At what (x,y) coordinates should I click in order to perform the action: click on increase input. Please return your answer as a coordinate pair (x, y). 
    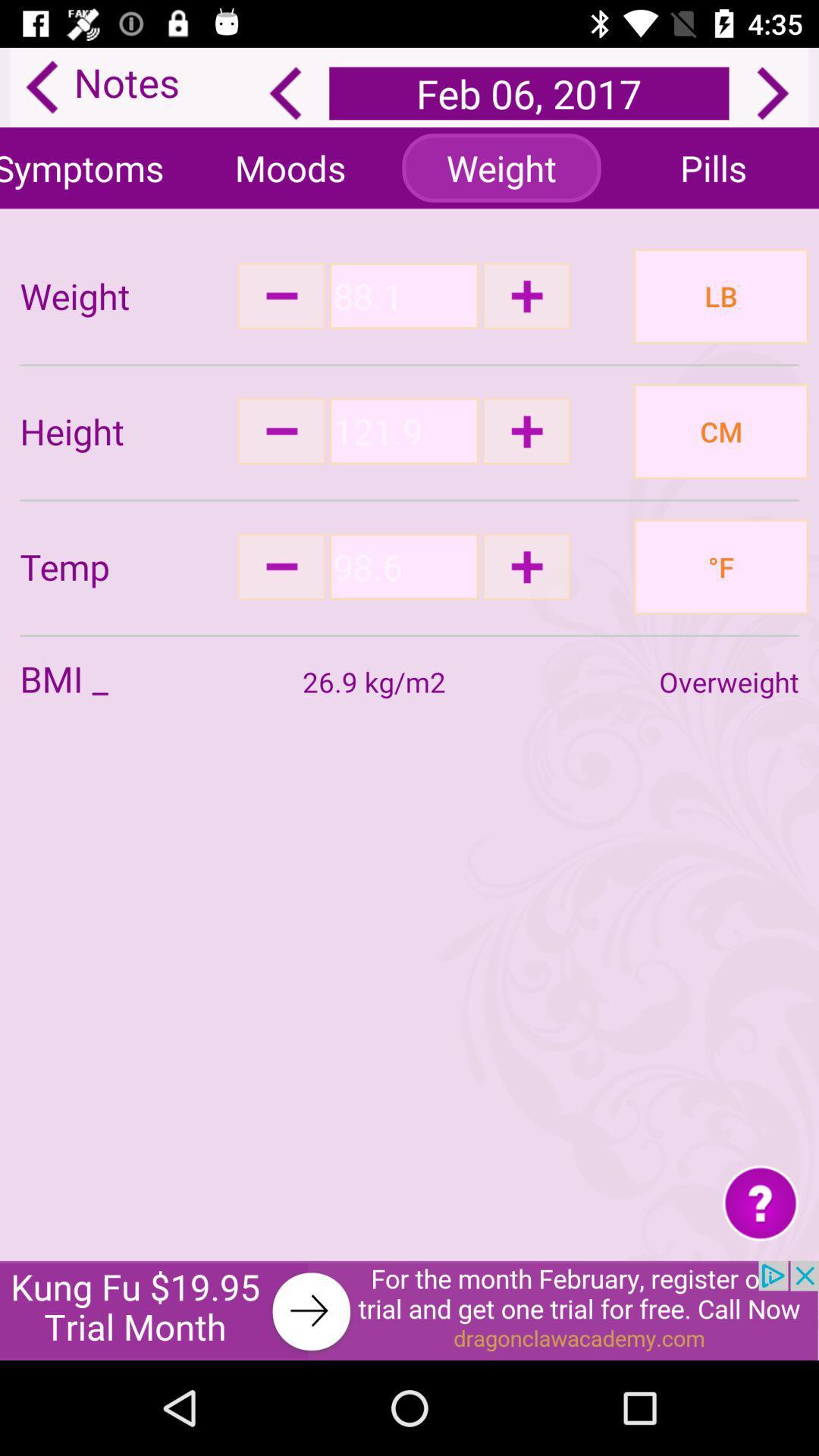
    Looking at the image, I should click on (526, 430).